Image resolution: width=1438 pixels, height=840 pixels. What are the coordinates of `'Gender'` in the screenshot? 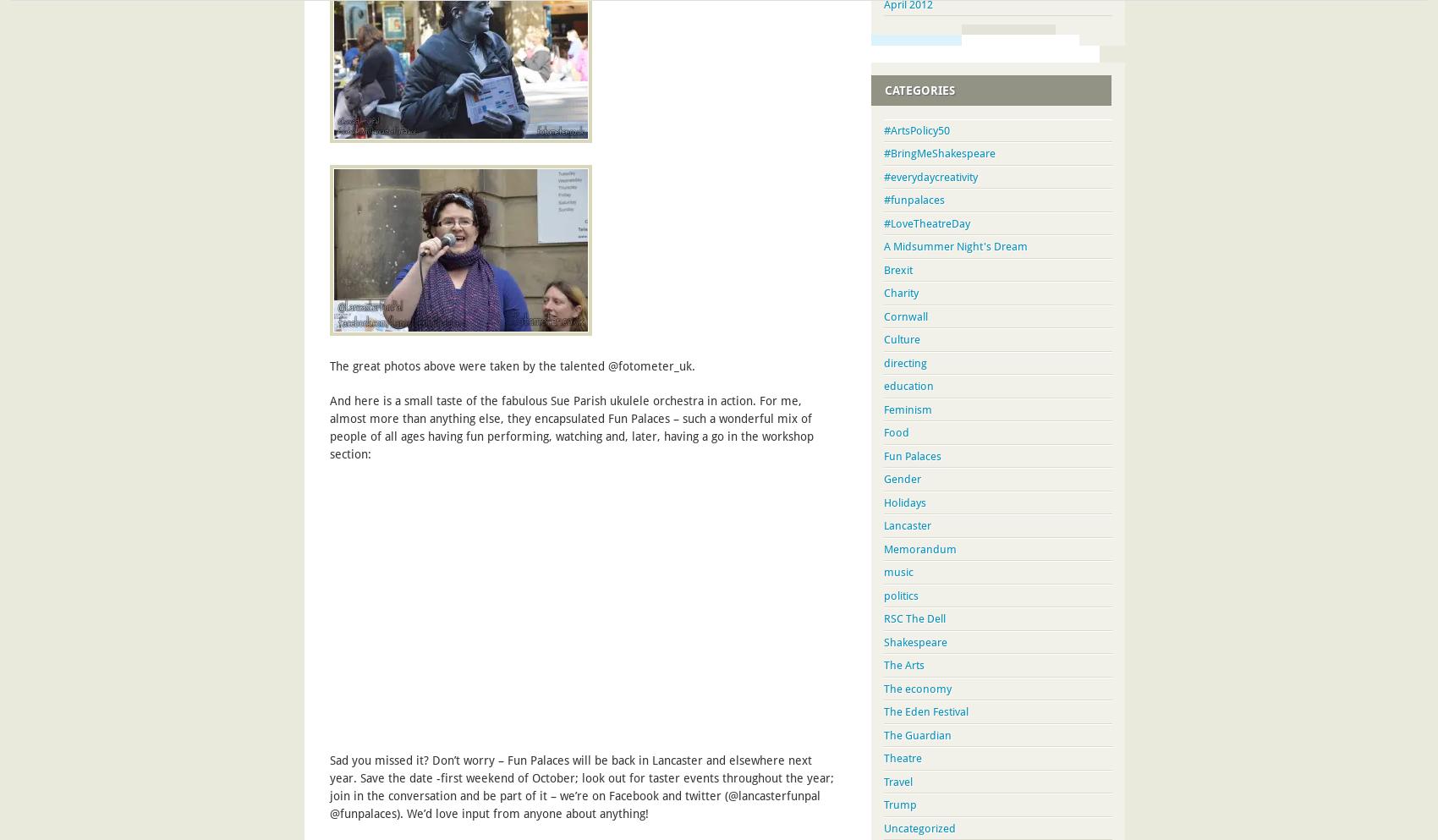 It's located at (902, 478).